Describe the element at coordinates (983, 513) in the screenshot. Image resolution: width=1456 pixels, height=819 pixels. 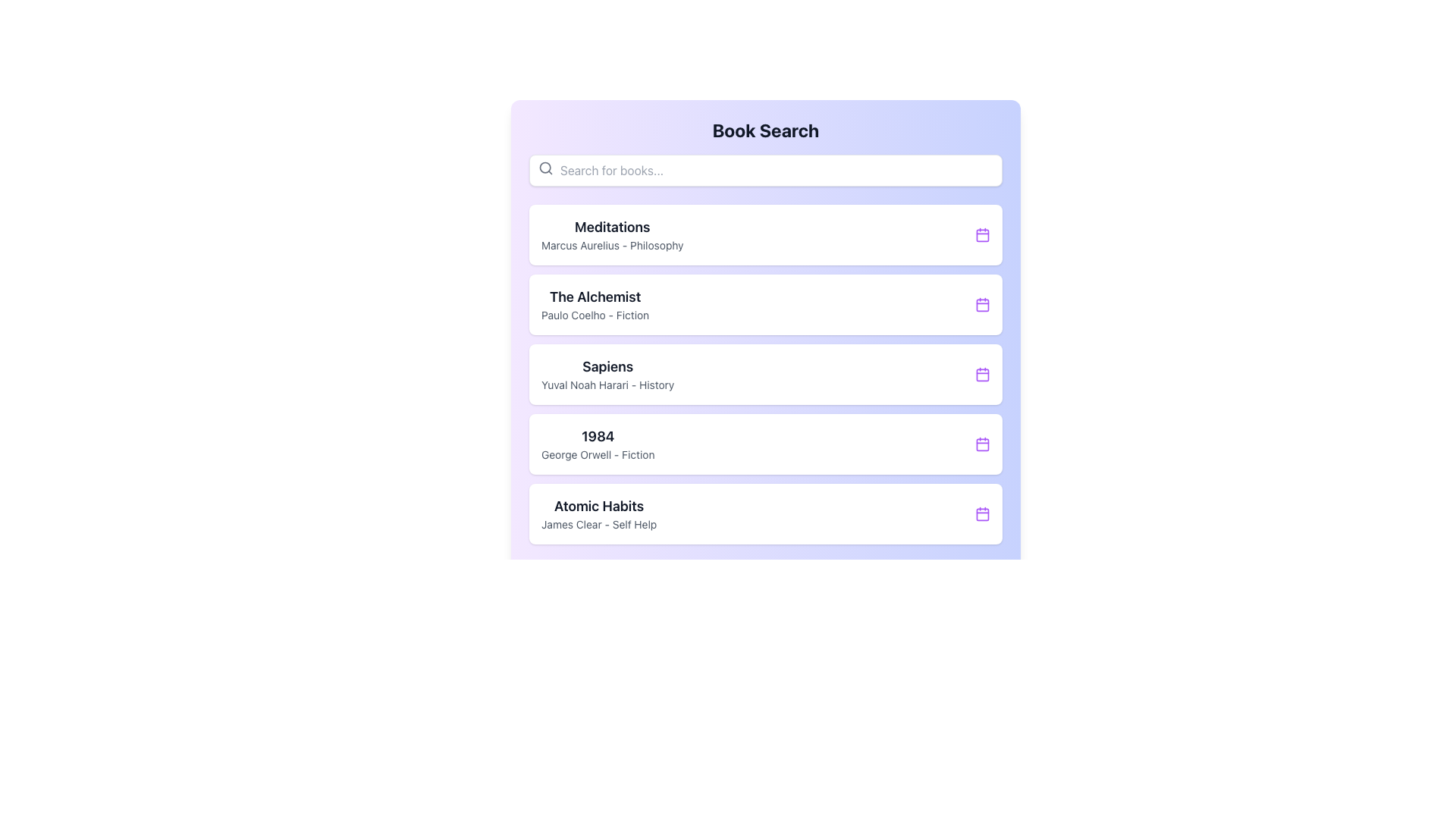
I see `the calendar icon associated with the 'Atomic Habits' book entry located to the right of the text 'Atomic Habits James Clear - Self Help'` at that location.